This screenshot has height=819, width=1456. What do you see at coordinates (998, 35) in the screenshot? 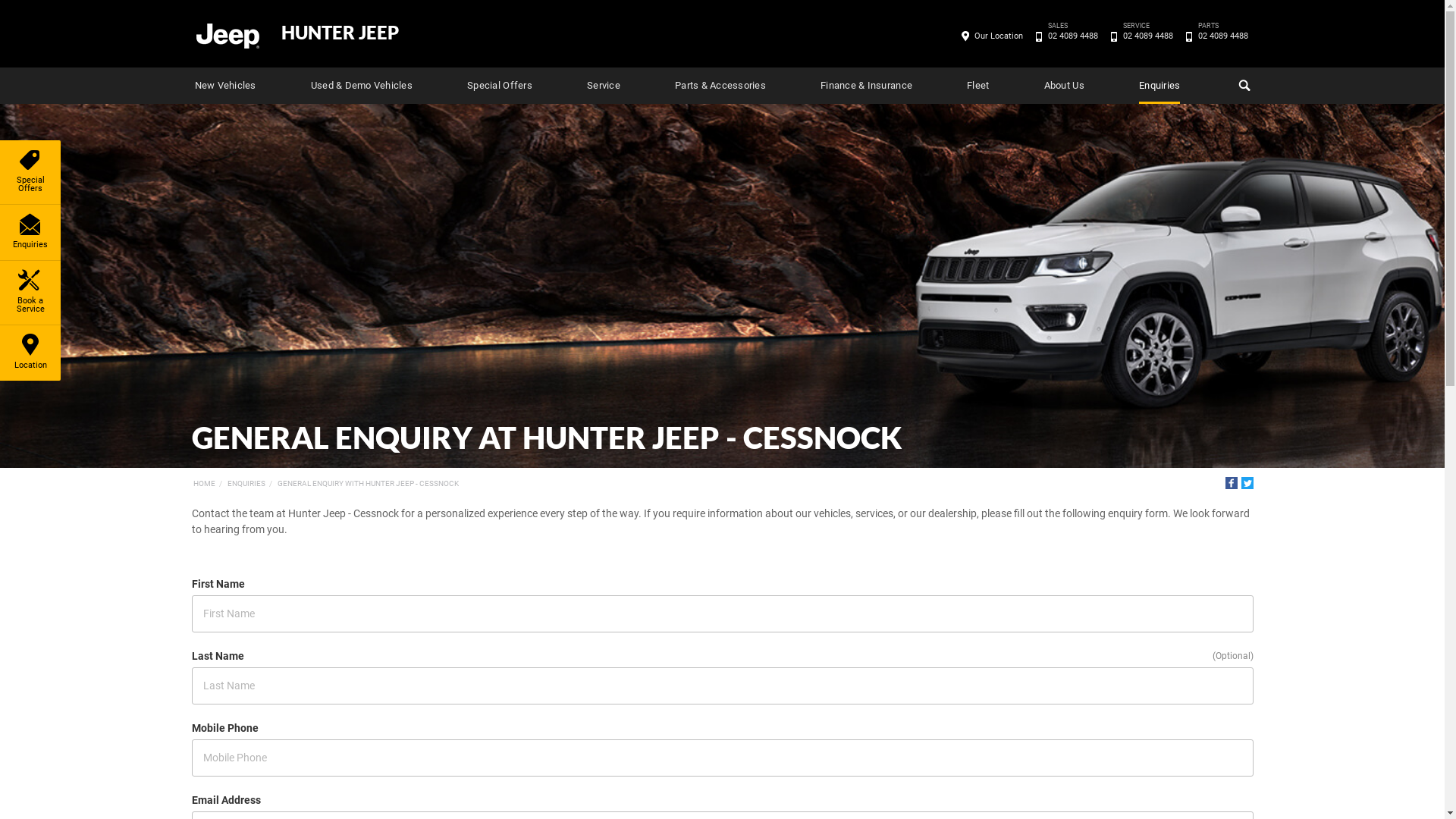
I see `'Our Location'` at bounding box center [998, 35].